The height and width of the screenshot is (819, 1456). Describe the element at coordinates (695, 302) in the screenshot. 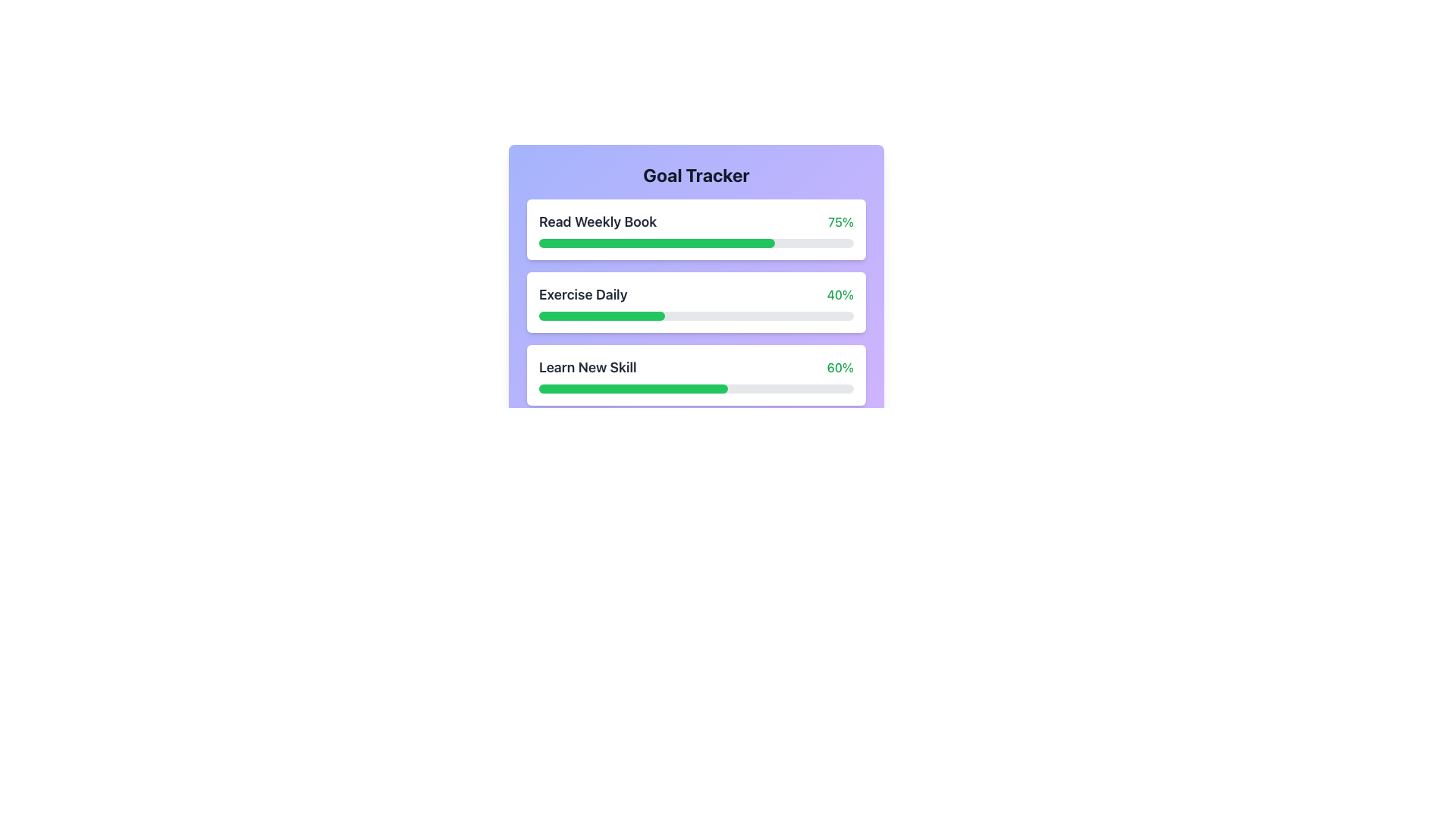

I see `the 'Exercise Daily' progress bar element, which is the second block in the goal tracking interface, styled with a white background and rounded corners` at that location.